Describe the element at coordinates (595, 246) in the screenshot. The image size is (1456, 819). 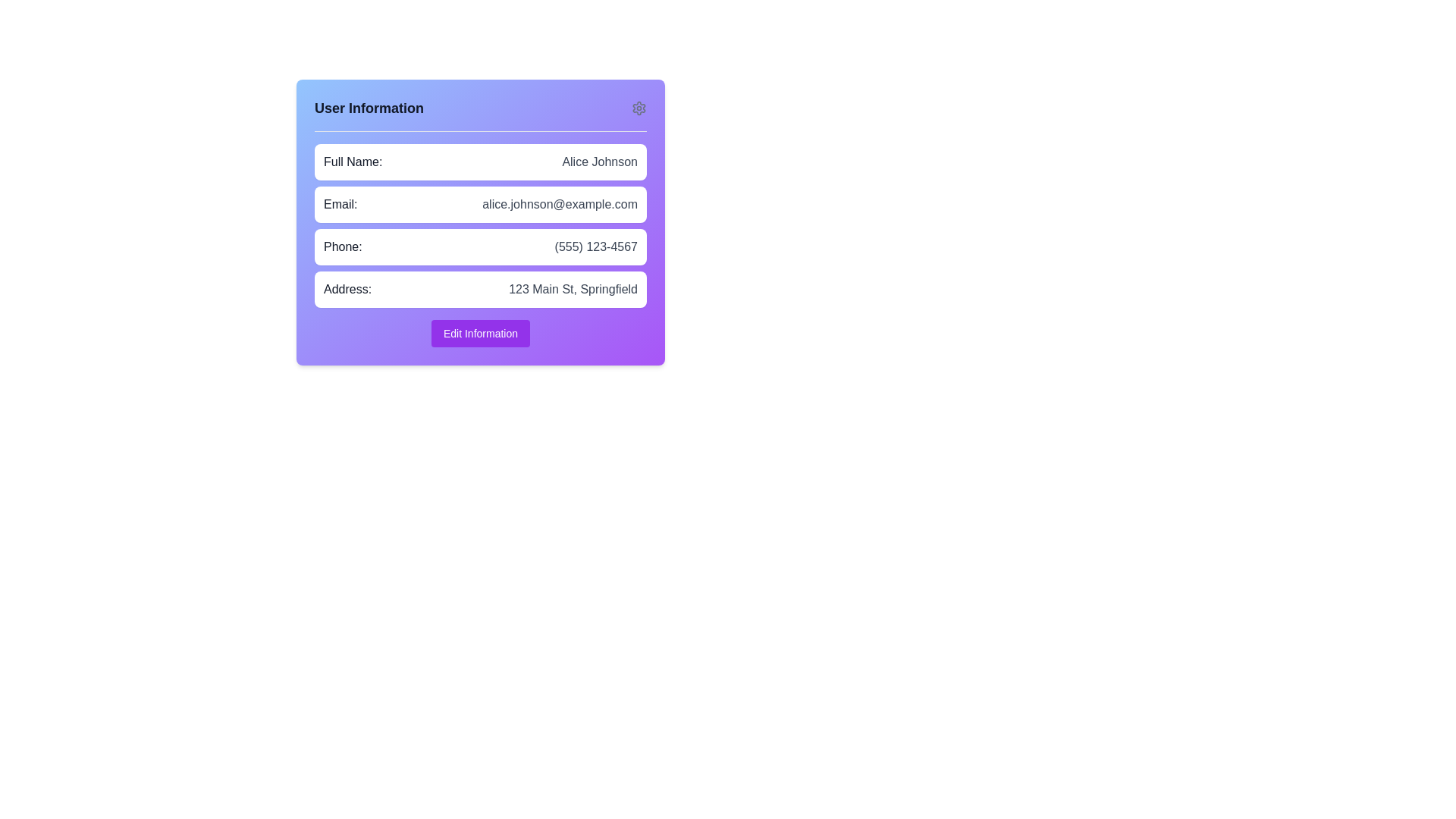
I see `the static text displaying the user-provided phone number, which is located in the center-right region of the 'Phone:' row` at that location.